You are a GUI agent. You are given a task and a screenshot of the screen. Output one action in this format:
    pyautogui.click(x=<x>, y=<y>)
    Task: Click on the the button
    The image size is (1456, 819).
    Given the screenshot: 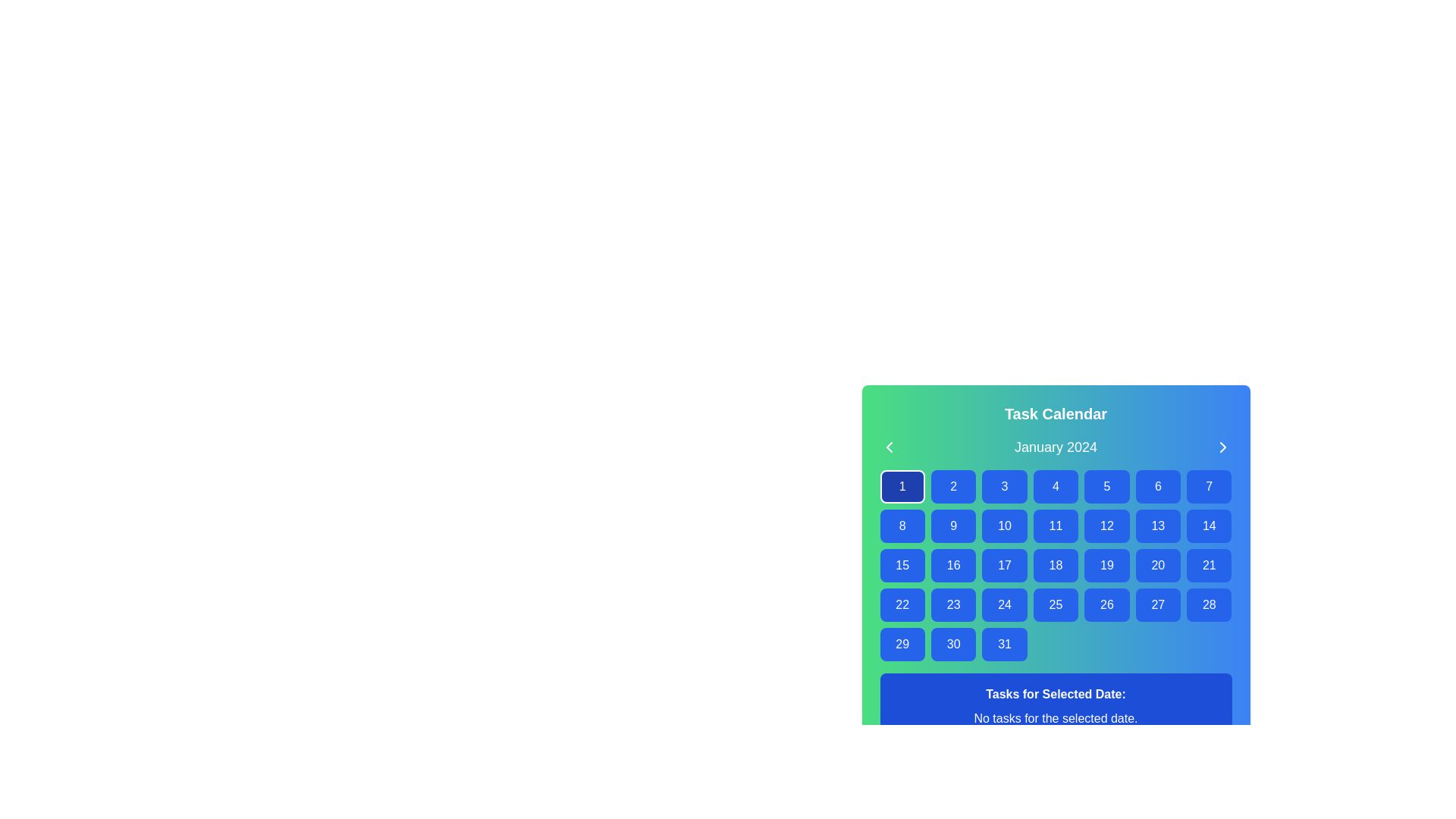 What is the action you would take?
    pyautogui.click(x=1106, y=604)
    